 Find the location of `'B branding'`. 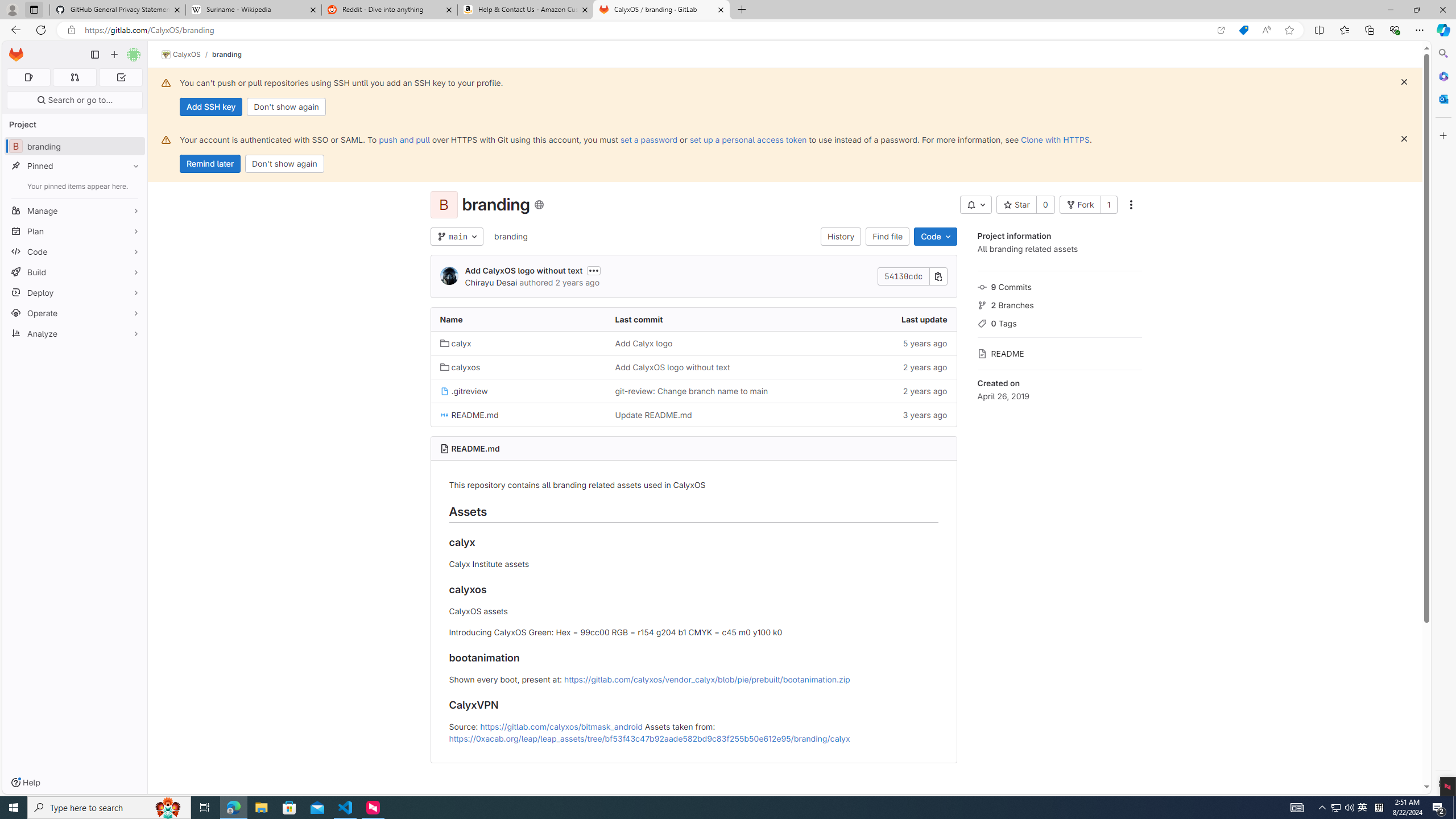

'B branding' is located at coordinates (74, 146).